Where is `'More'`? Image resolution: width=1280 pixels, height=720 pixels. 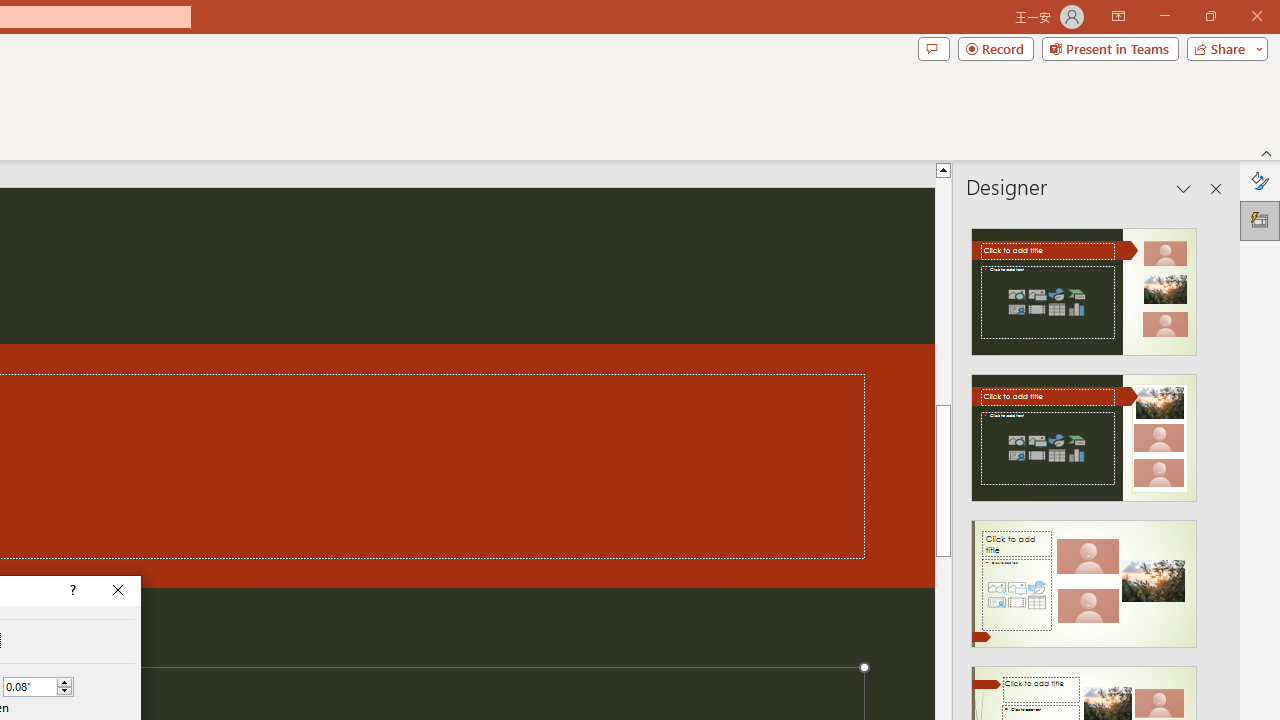 'More' is located at coordinates (64, 681).